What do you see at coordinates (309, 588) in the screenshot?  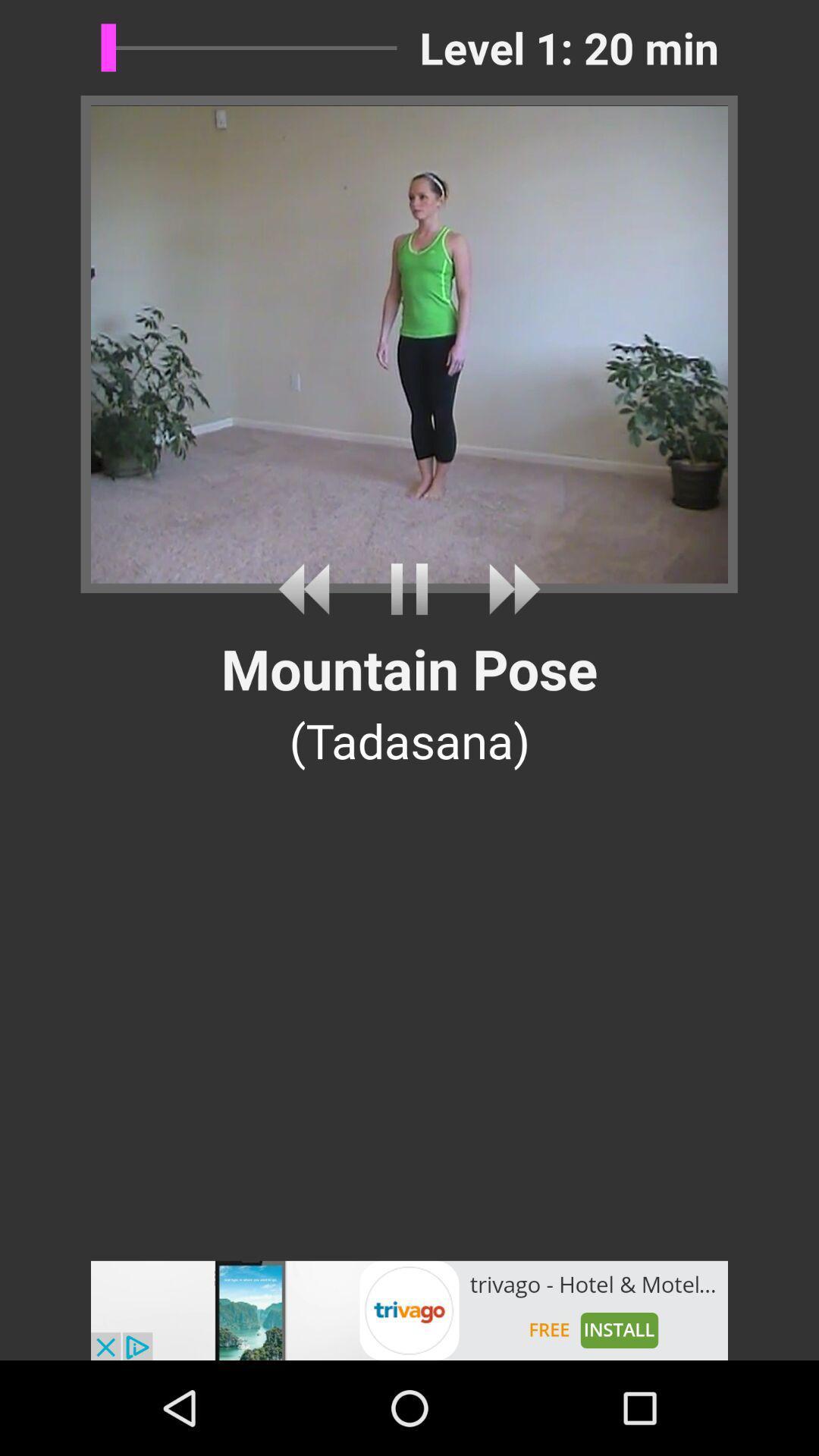 I see `back timeline video` at bounding box center [309, 588].